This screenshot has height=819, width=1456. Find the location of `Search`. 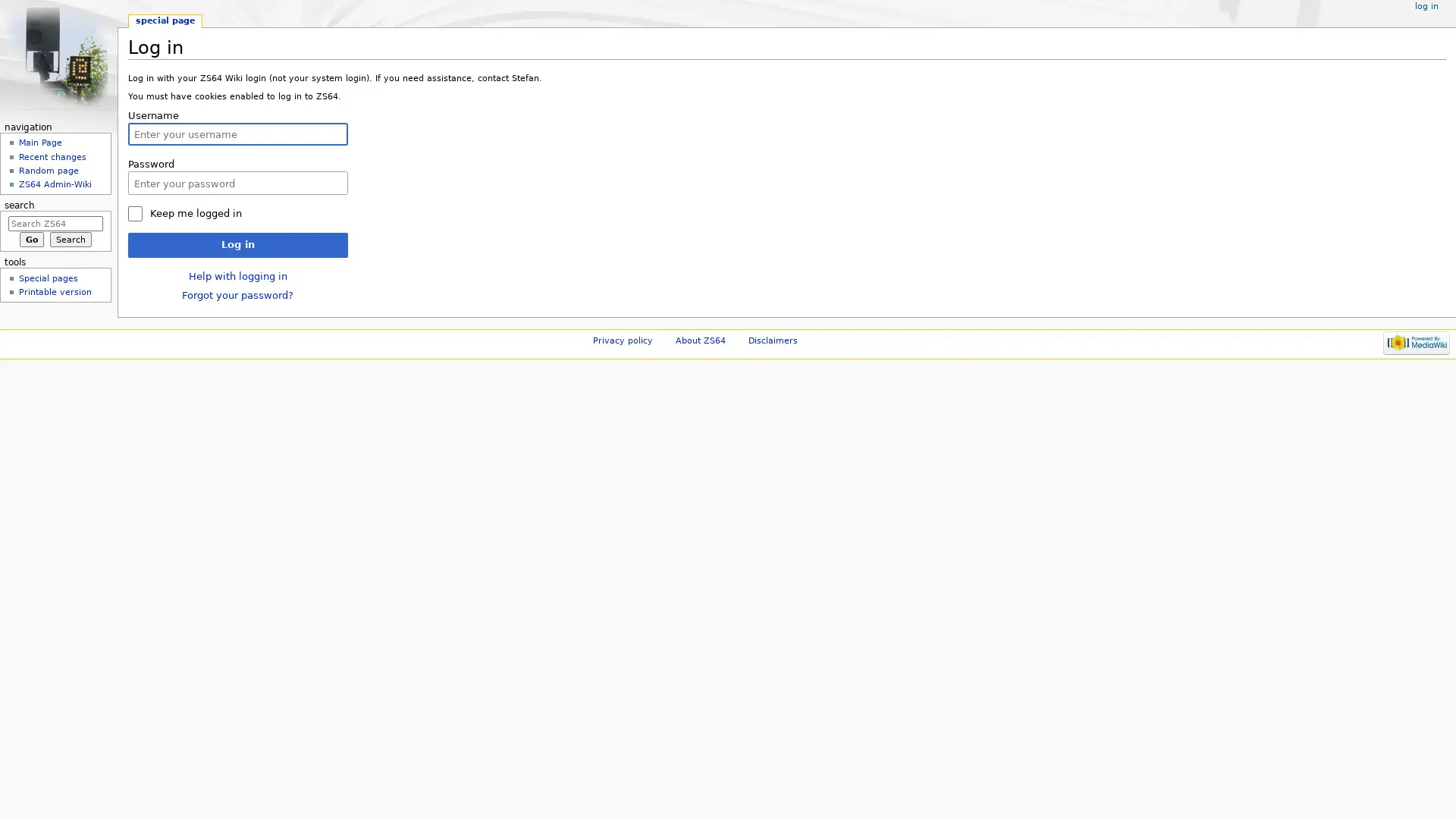

Search is located at coordinates (70, 239).